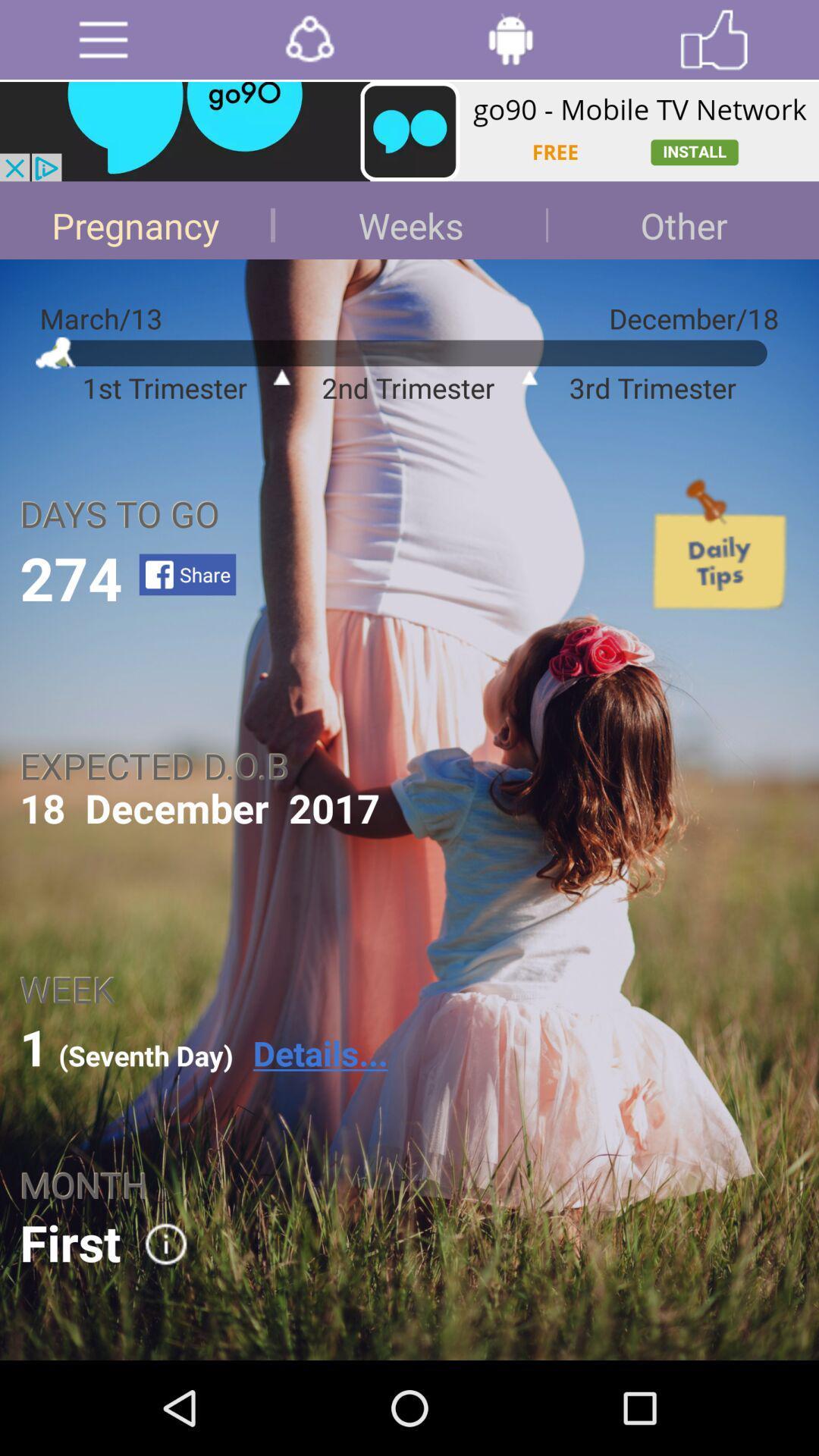  What do you see at coordinates (409, 219) in the screenshot?
I see `the text which is right to the text pregnancy` at bounding box center [409, 219].